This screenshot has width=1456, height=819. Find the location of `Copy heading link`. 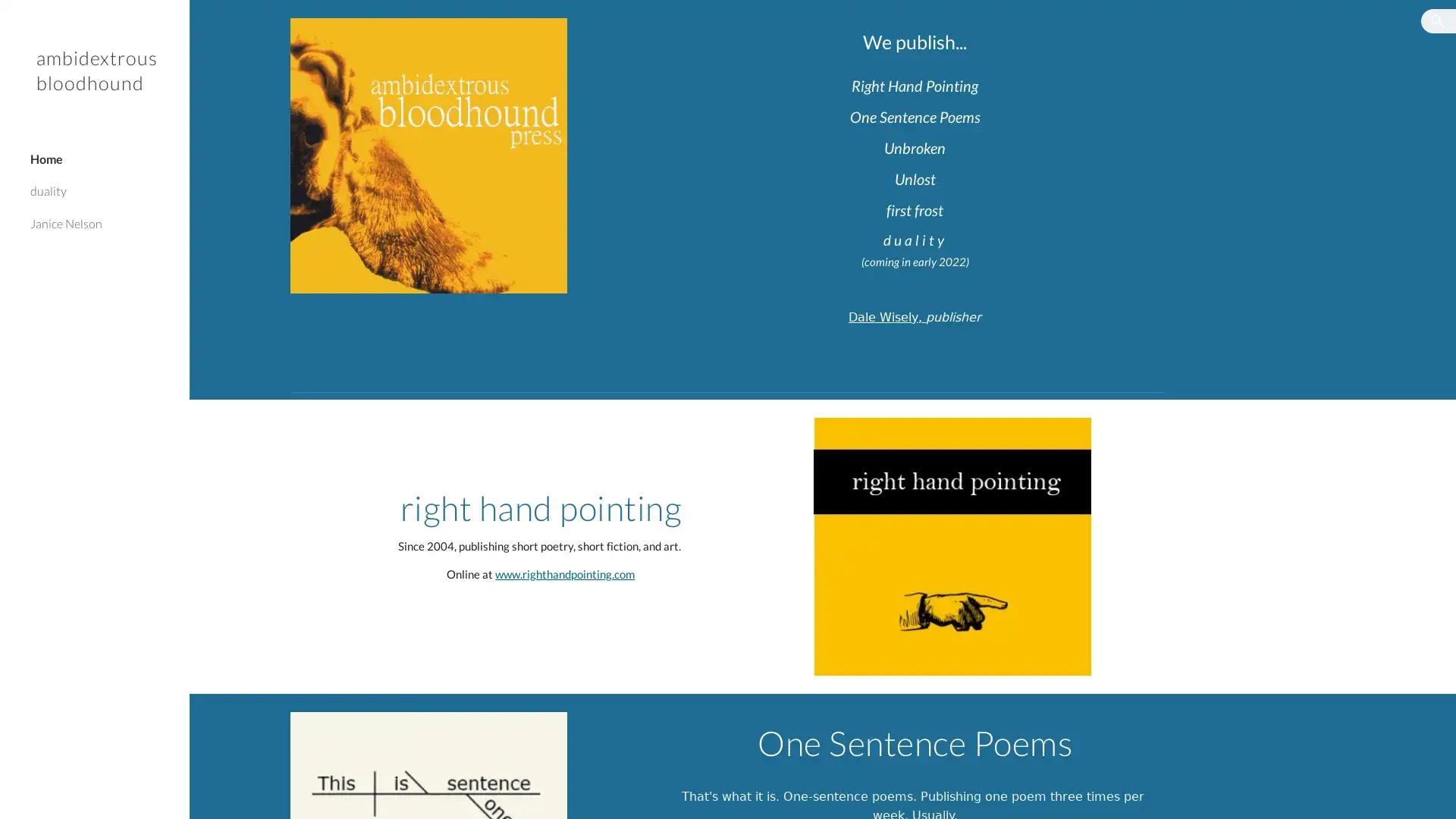

Copy heading link is located at coordinates (1090, 85).